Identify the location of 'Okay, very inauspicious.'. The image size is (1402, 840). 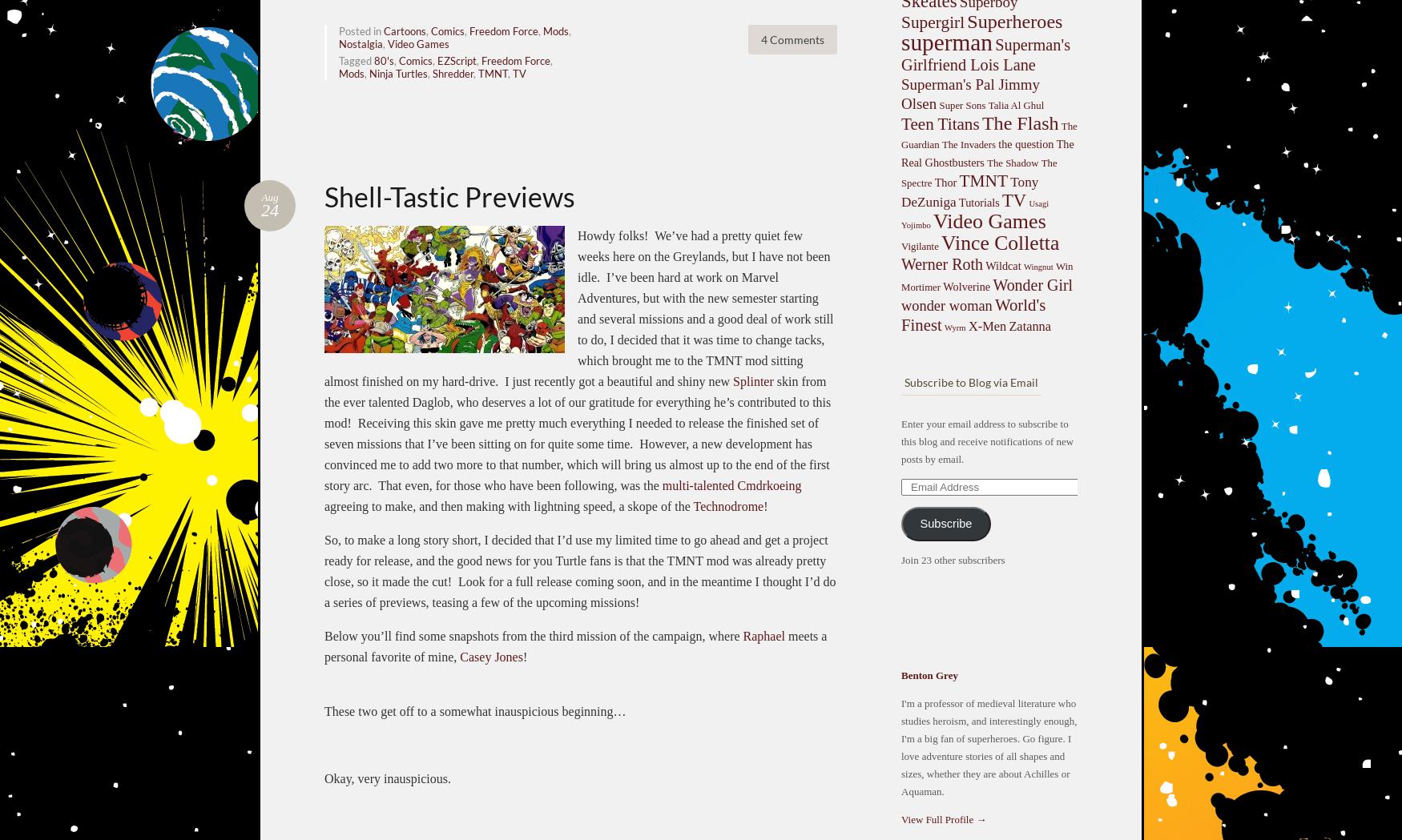
(388, 777).